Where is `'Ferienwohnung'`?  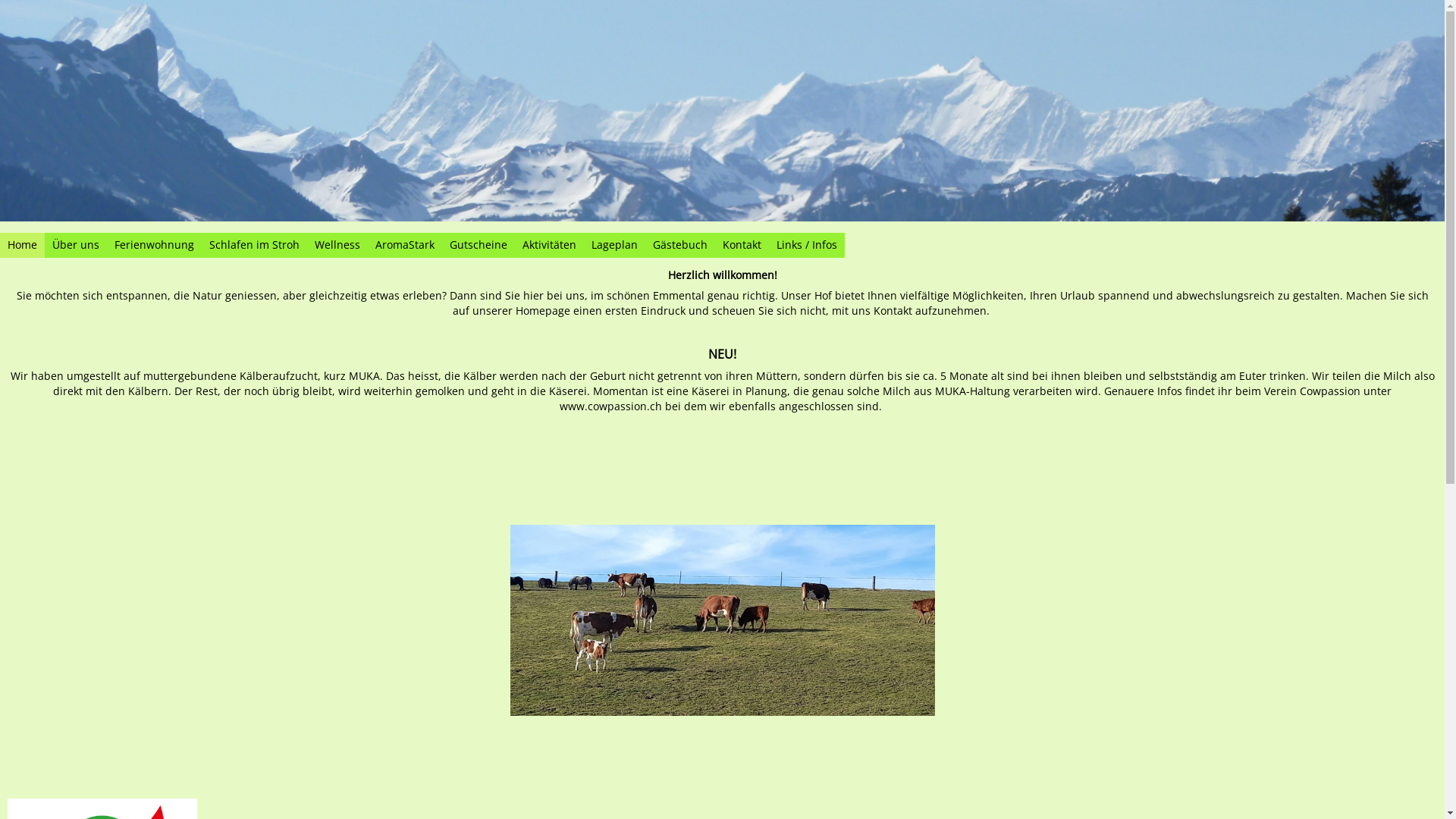 'Ferienwohnung' is located at coordinates (105, 244).